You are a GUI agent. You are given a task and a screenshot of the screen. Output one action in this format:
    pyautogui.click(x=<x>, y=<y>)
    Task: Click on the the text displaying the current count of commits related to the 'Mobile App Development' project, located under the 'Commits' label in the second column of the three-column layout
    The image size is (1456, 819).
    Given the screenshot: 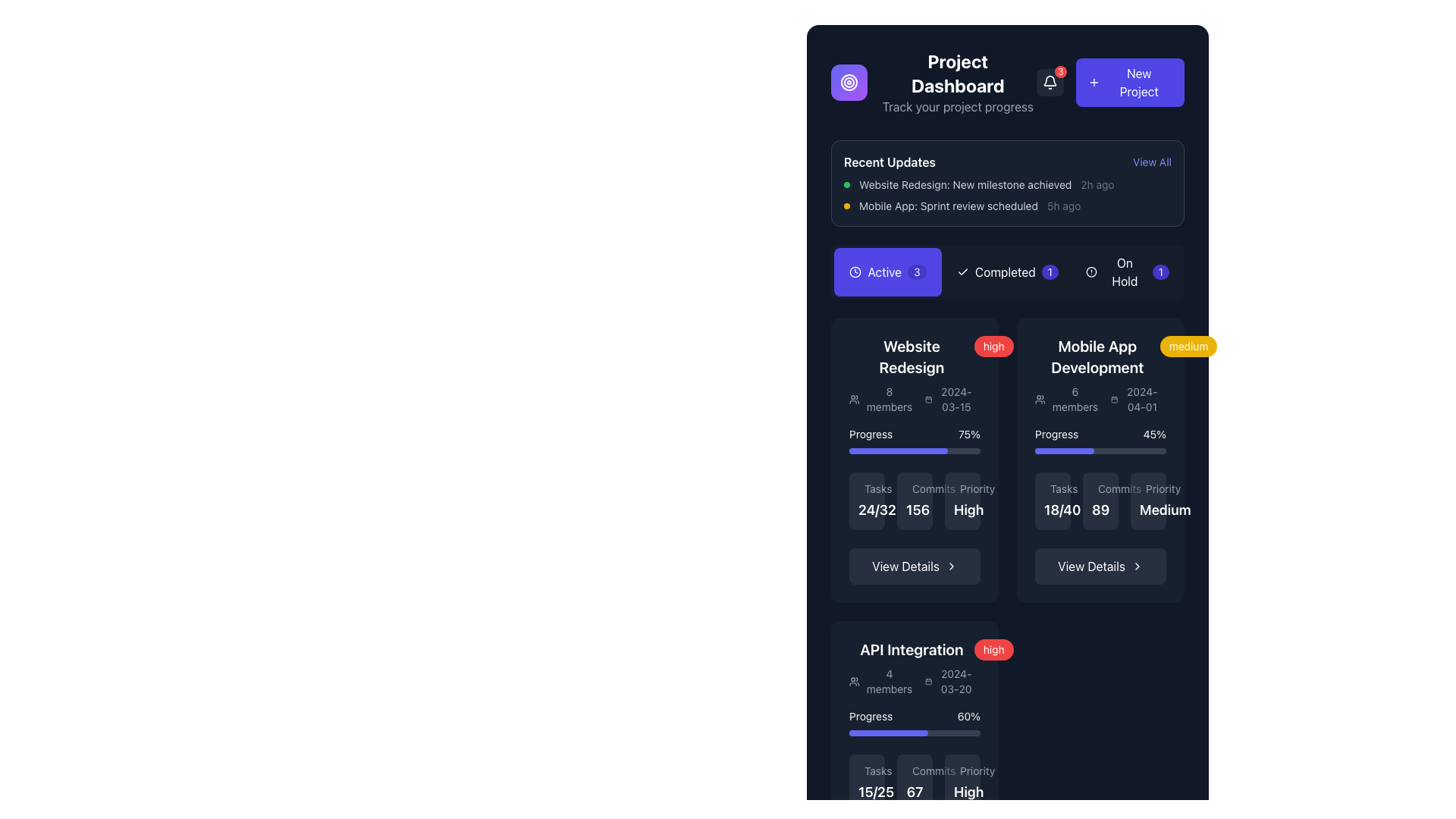 What is the action you would take?
    pyautogui.click(x=1100, y=500)
    